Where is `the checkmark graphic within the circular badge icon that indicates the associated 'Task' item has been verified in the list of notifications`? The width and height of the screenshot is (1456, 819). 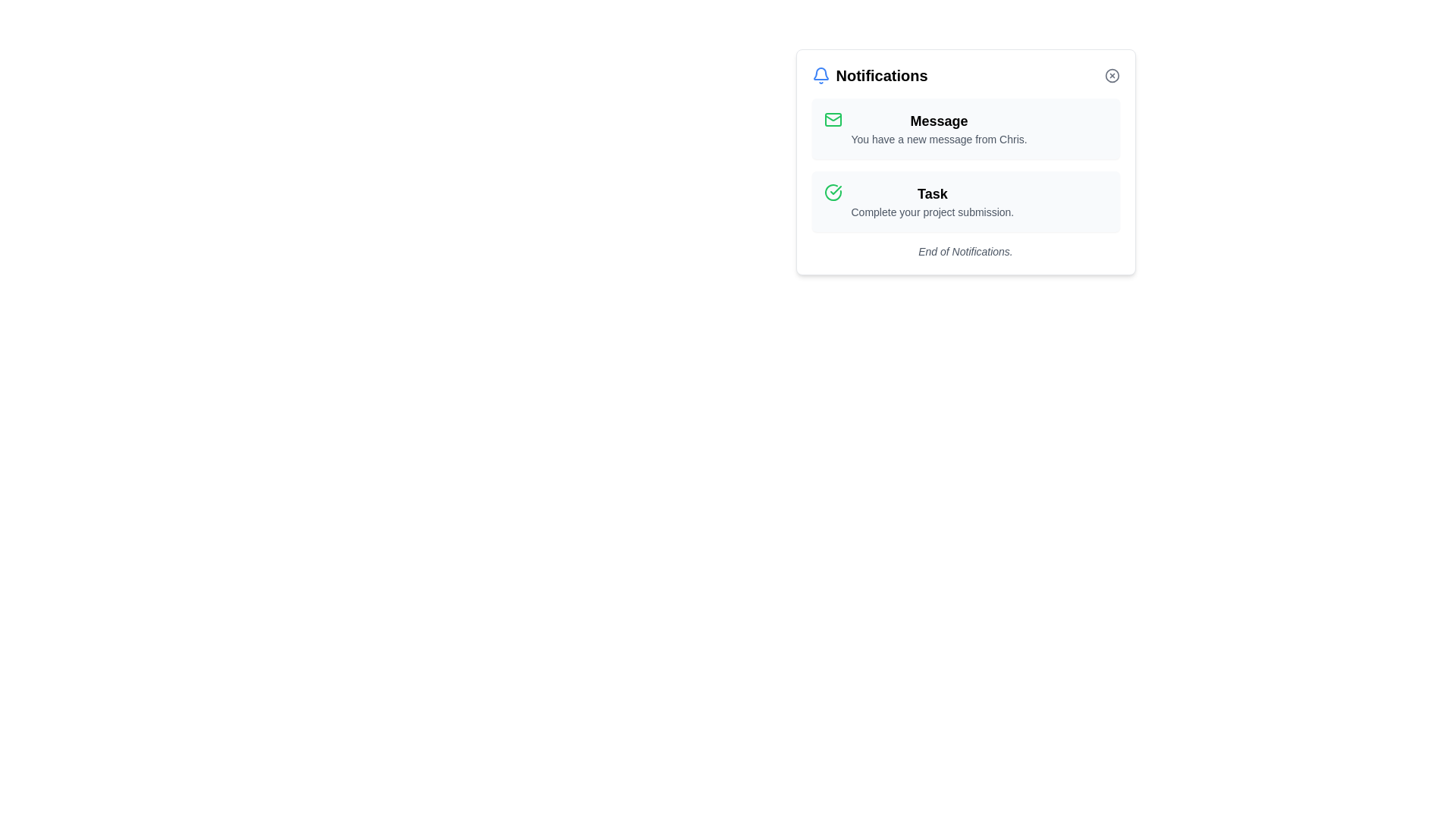
the checkmark graphic within the circular badge icon that indicates the associated 'Task' item has been verified in the list of notifications is located at coordinates (835, 189).